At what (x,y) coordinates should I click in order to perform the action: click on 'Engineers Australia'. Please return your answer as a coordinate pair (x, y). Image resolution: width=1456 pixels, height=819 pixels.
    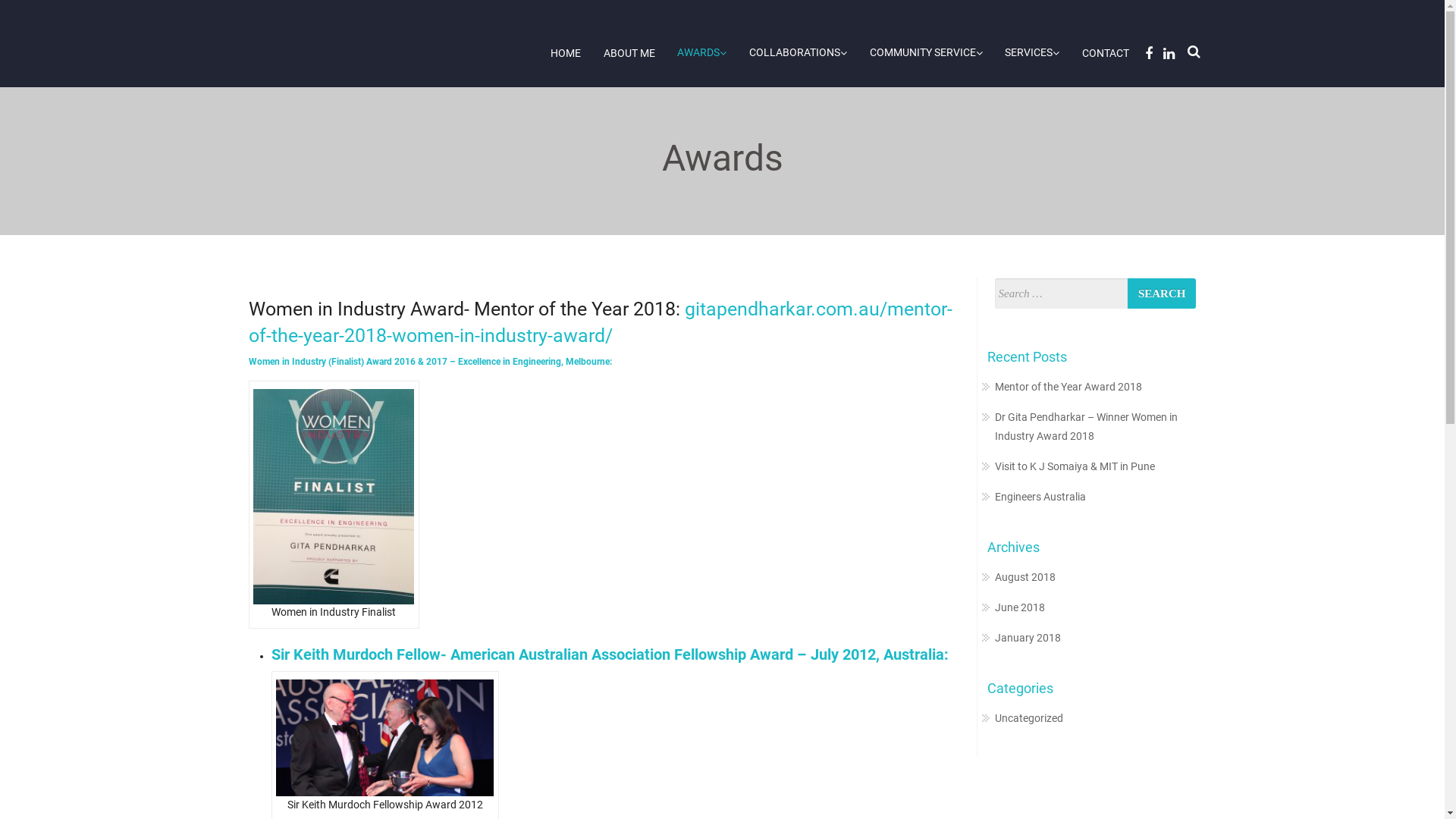
    Looking at the image, I should click on (1040, 497).